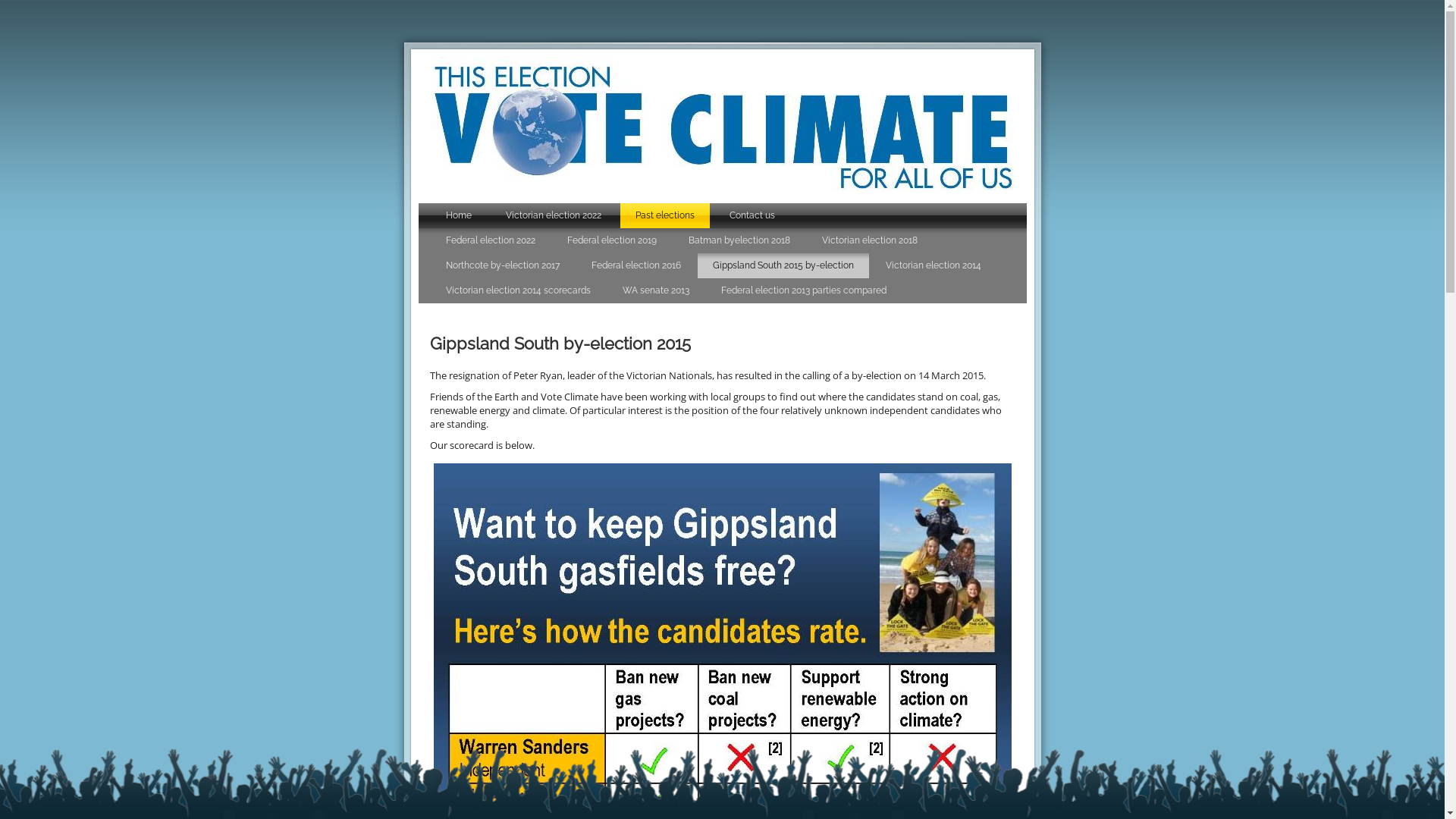 Image resolution: width=1456 pixels, height=819 pixels. What do you see at coordinates (870, 240) in the screenshot?
I see `'Victorian election 2018'` at bounding box center [870, 240].